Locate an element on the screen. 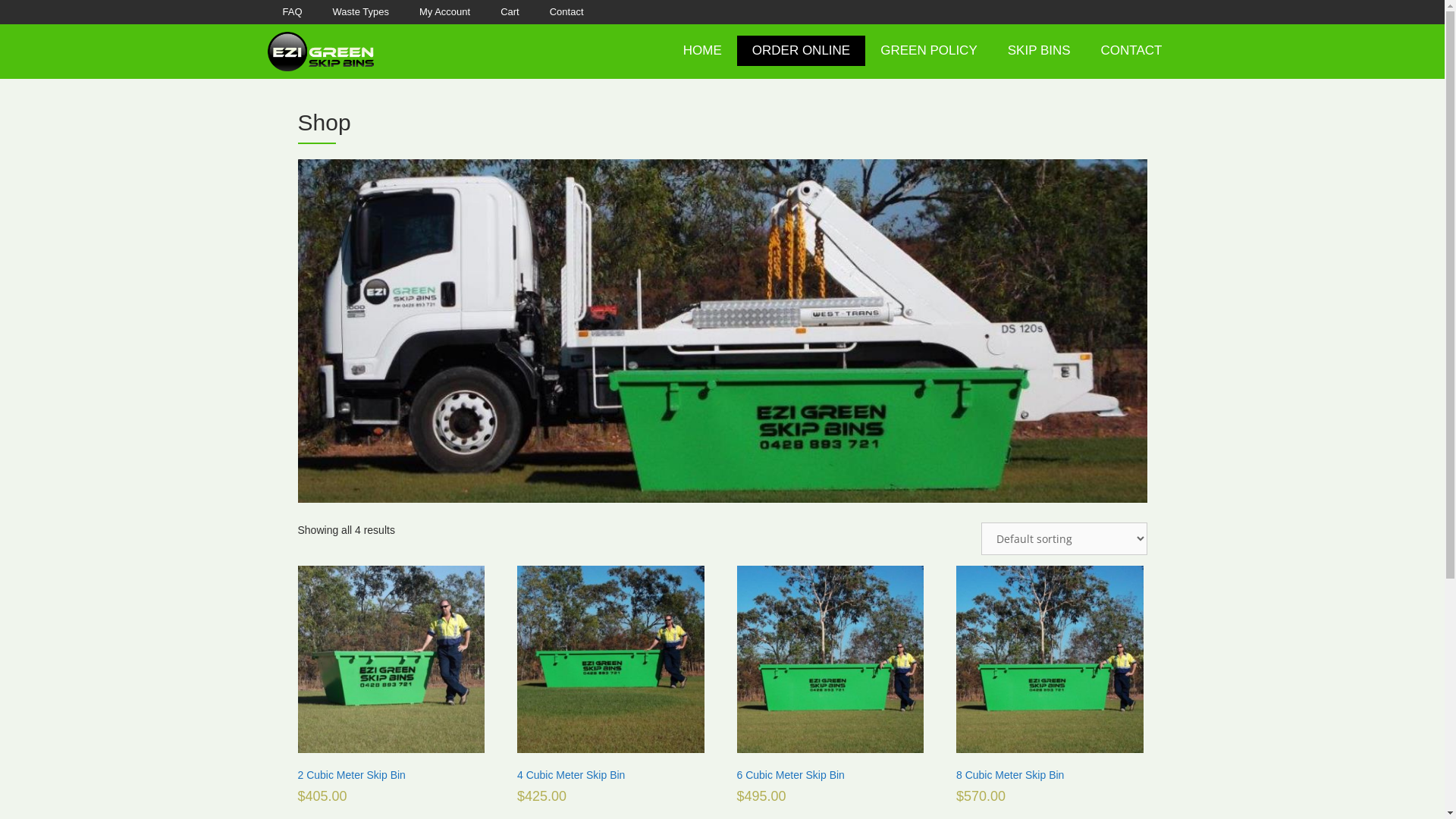  'HOME' is located at coordinates (701, 49).